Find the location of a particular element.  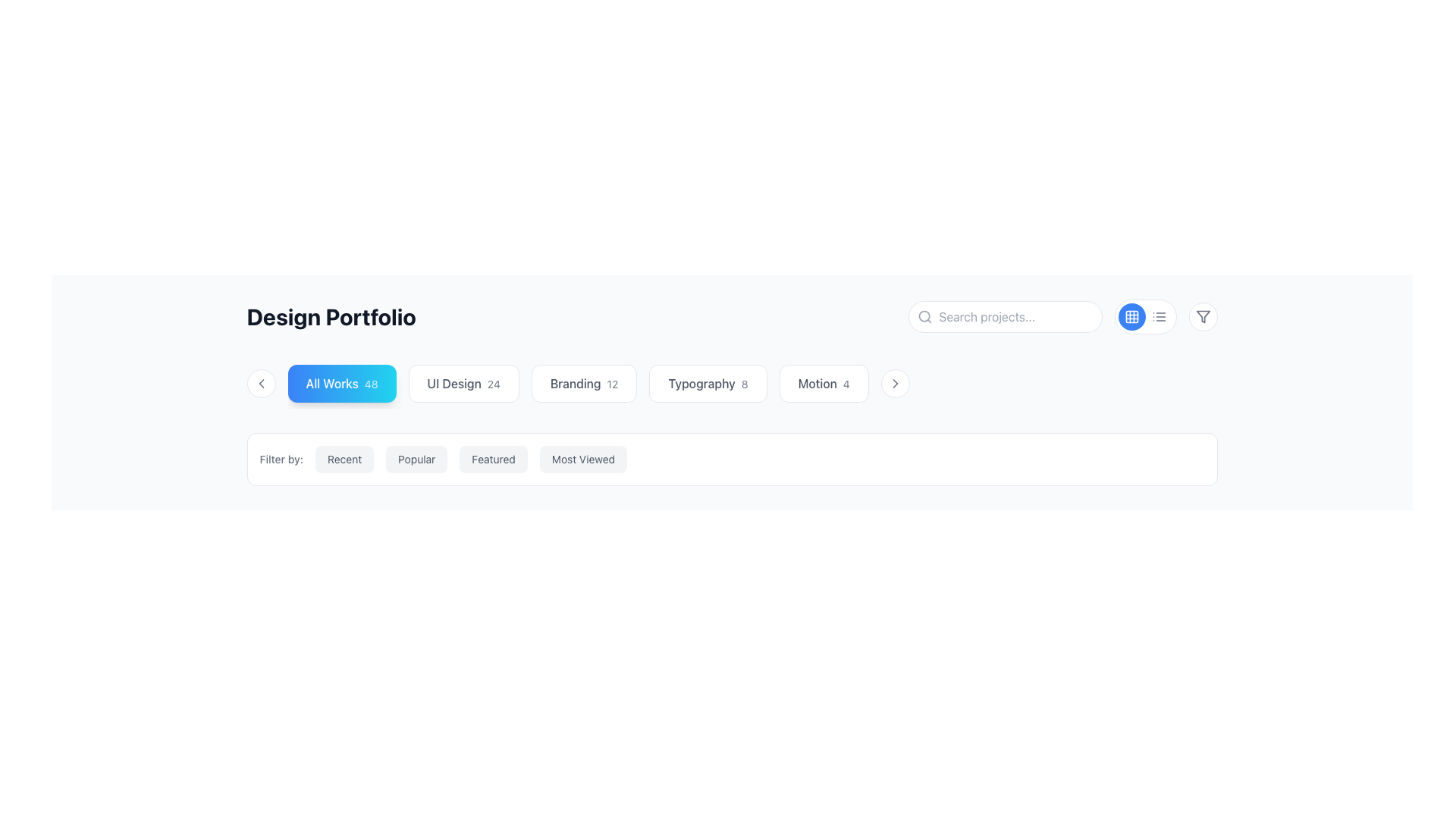

the 'Typography' button, which is a rectangular button with a white background and rounded corners, positioned between 'Branding 12' and 'Motion 4' is located at coordinates (707, 382).